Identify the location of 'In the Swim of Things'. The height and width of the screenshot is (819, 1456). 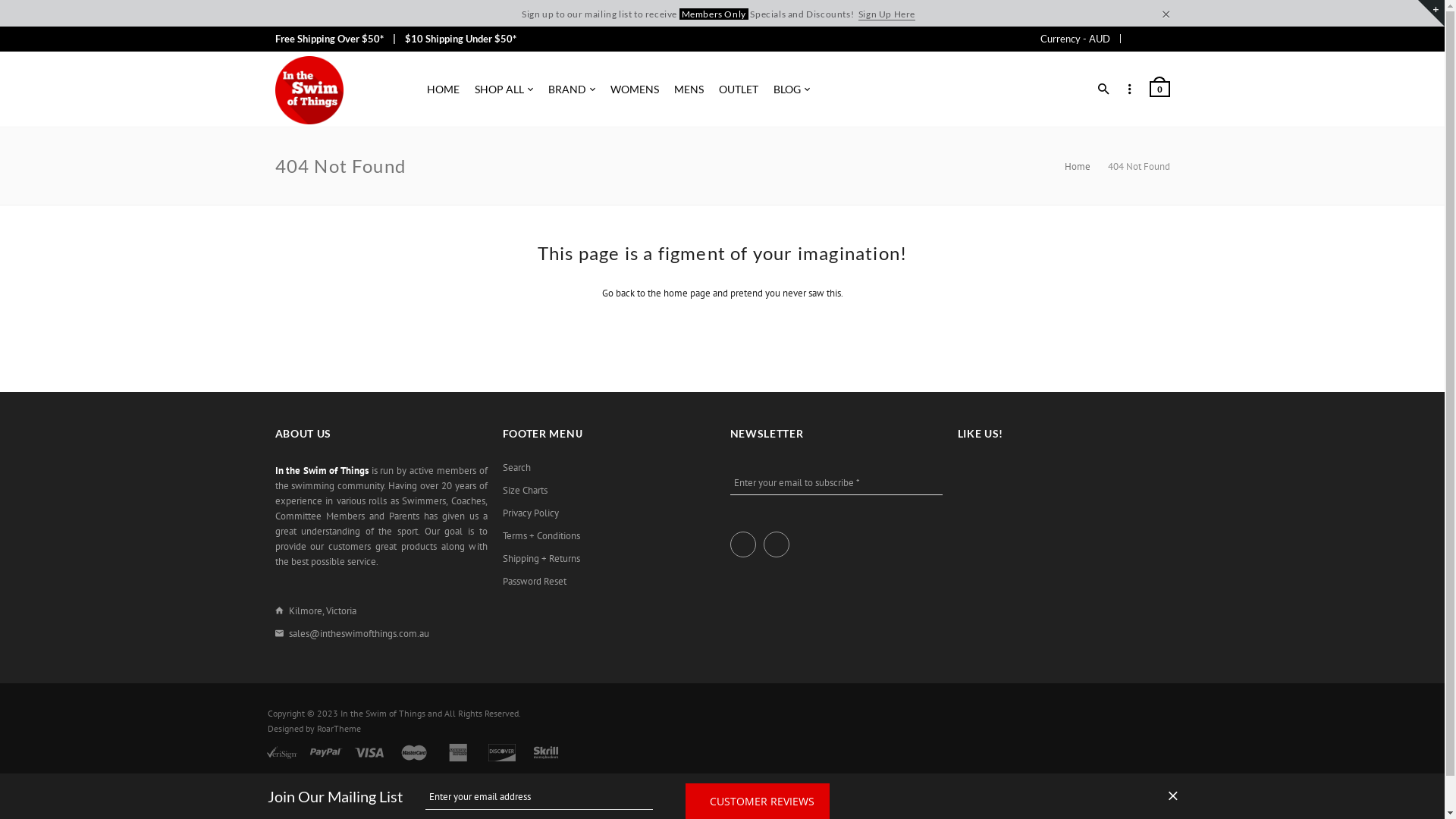
(308, 90).